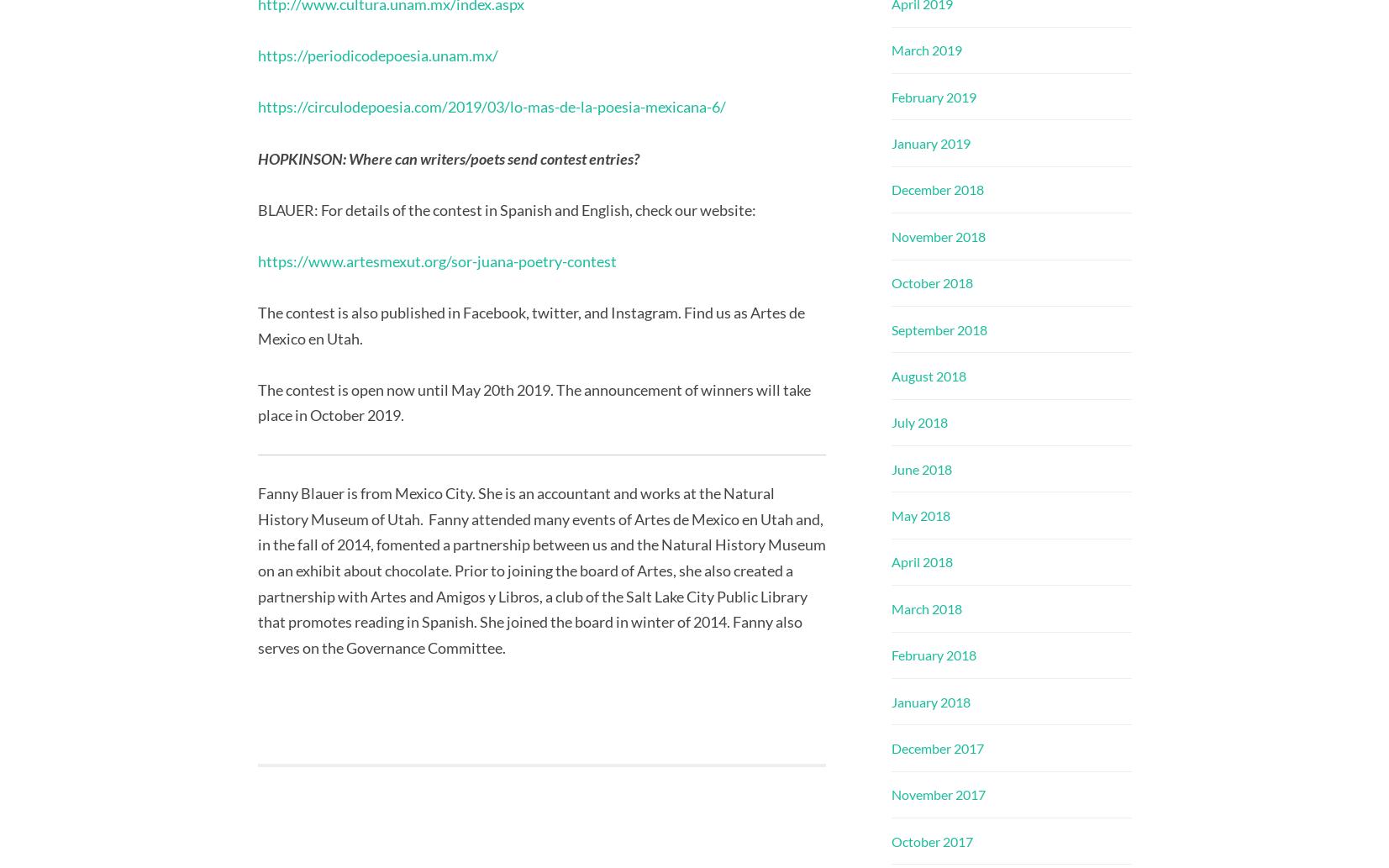  Describe the element at coordinates (891, 746) in the screenshot. I see `'December 2017'` at that location.